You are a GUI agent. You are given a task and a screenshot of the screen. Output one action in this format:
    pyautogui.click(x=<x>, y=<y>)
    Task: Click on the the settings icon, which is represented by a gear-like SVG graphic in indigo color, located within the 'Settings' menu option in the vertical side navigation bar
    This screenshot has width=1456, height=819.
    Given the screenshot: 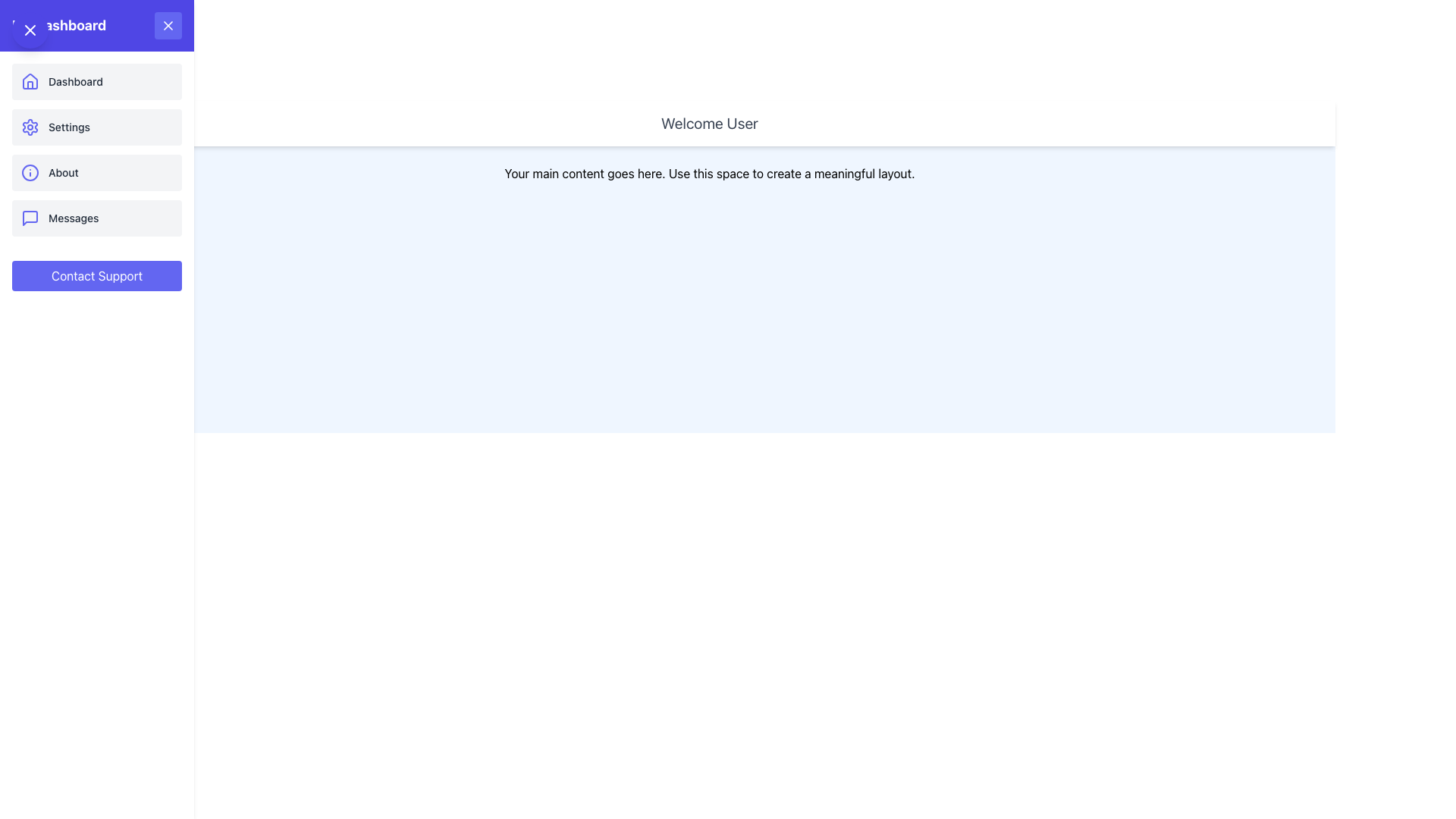 What is the action you would take?
    pyautogui.click(x=30, y=127)
    